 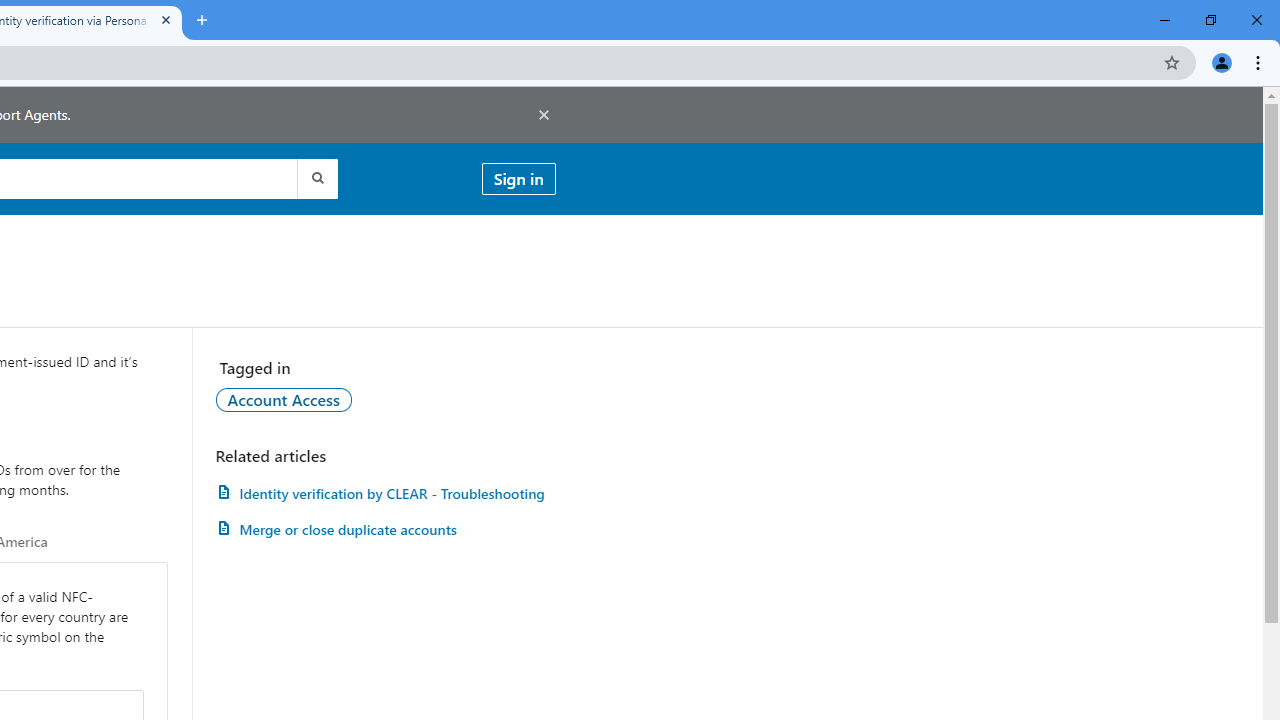 I want to click on 'AutomationID: topic-link-a151002', so click(x=282, y=399).